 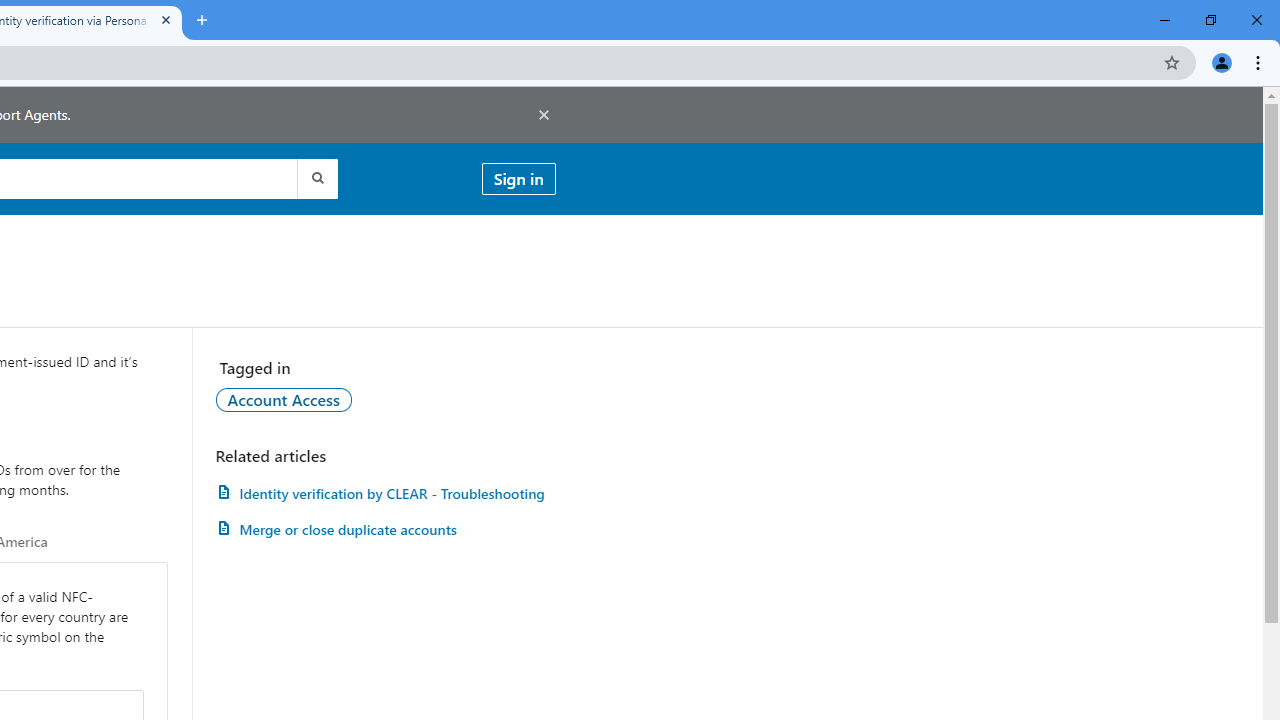 I want to click on 'AutomationID: topic-link-a151002', so click(x=282, y=399).